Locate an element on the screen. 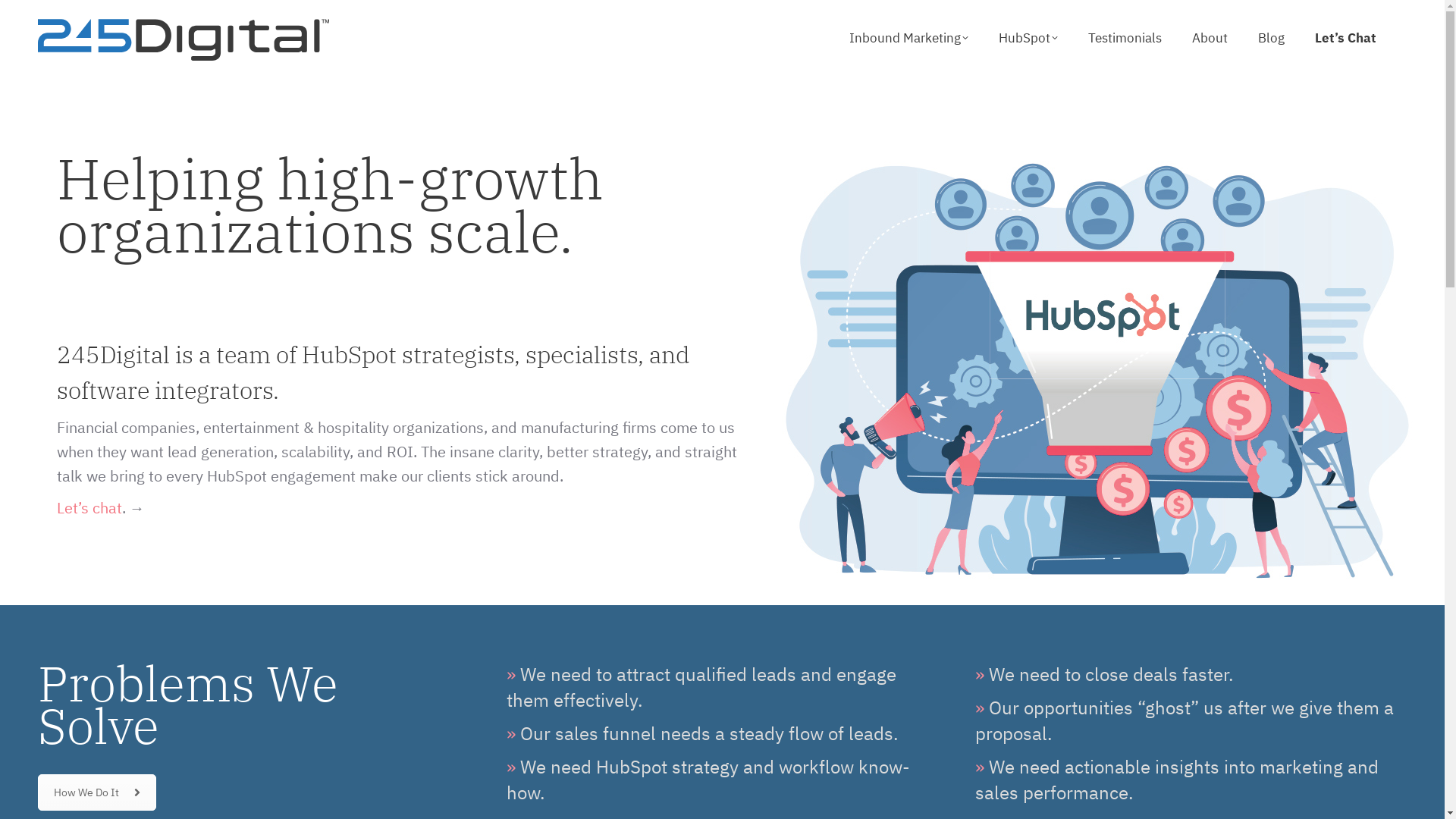 Image resolution: width=1456 pixels, height=819 pixels. 'About' is located at coordinates (1191, 37).